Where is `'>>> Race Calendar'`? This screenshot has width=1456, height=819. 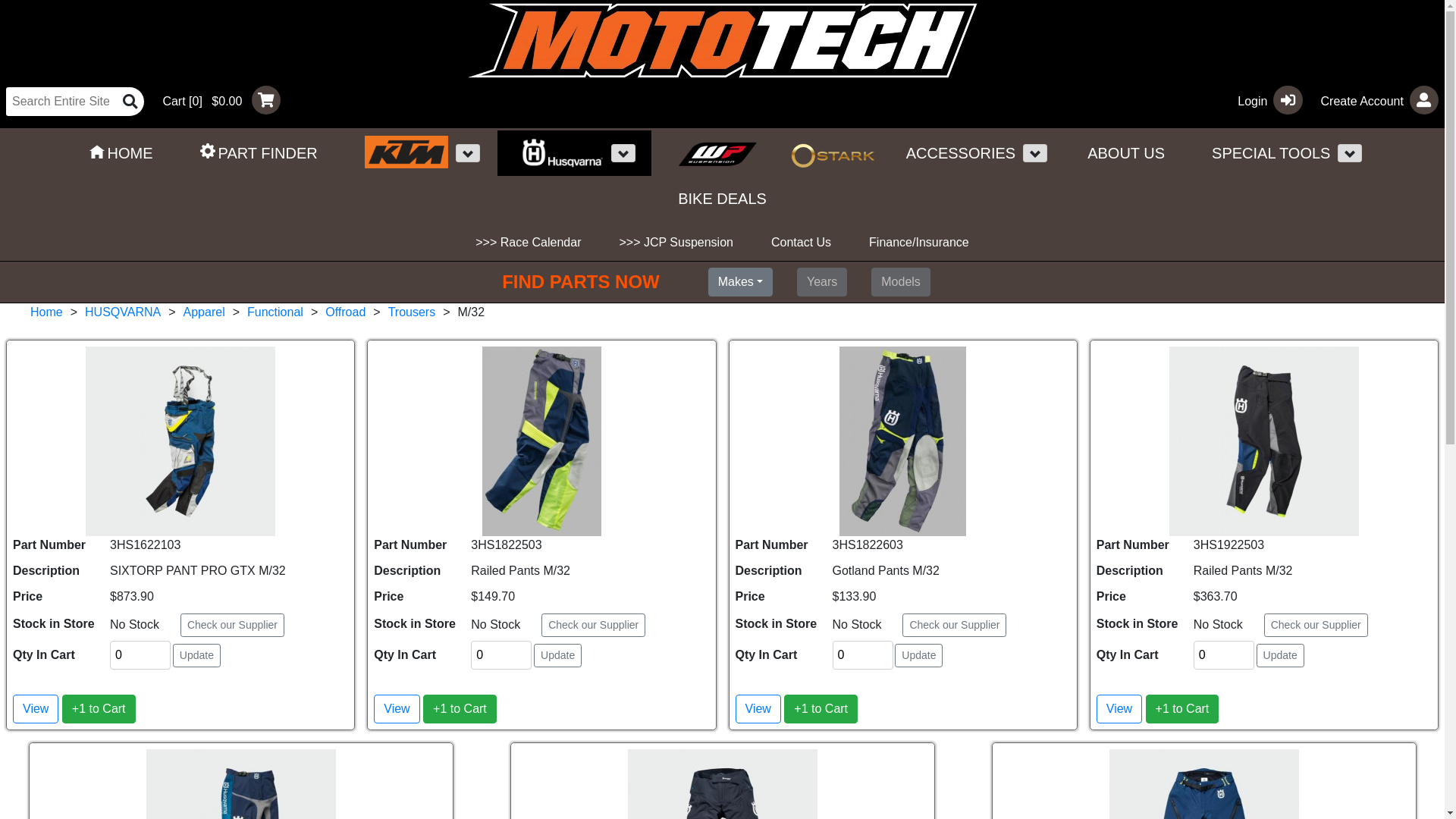
'>>> Race Calendar' is located at coordinates (528, 242).